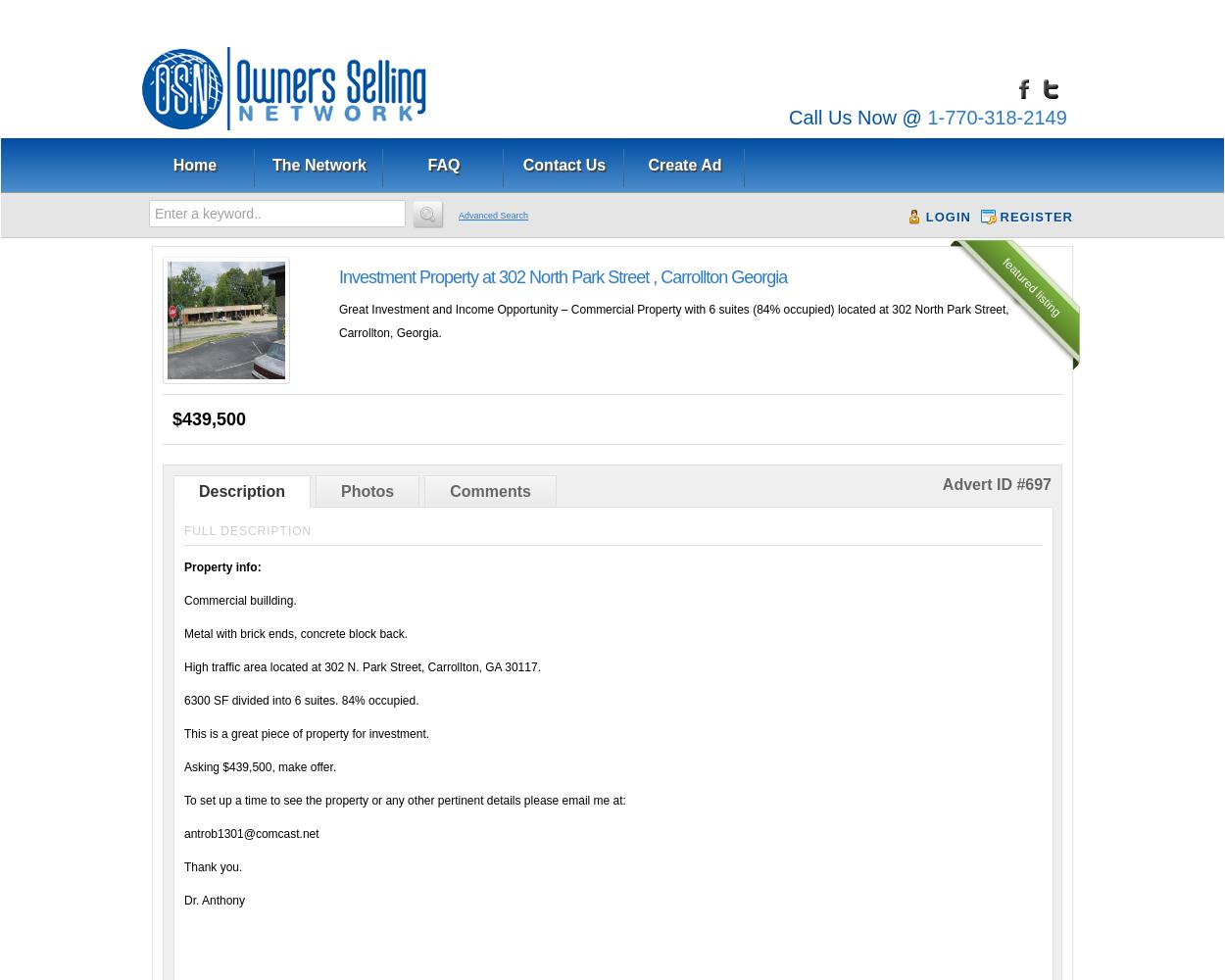 This screenshot has height=980, width=1225. I want to click on 'High traffic area located at 302 N. Park Street, Carrollton, GA 30117.', so click(361, 667).